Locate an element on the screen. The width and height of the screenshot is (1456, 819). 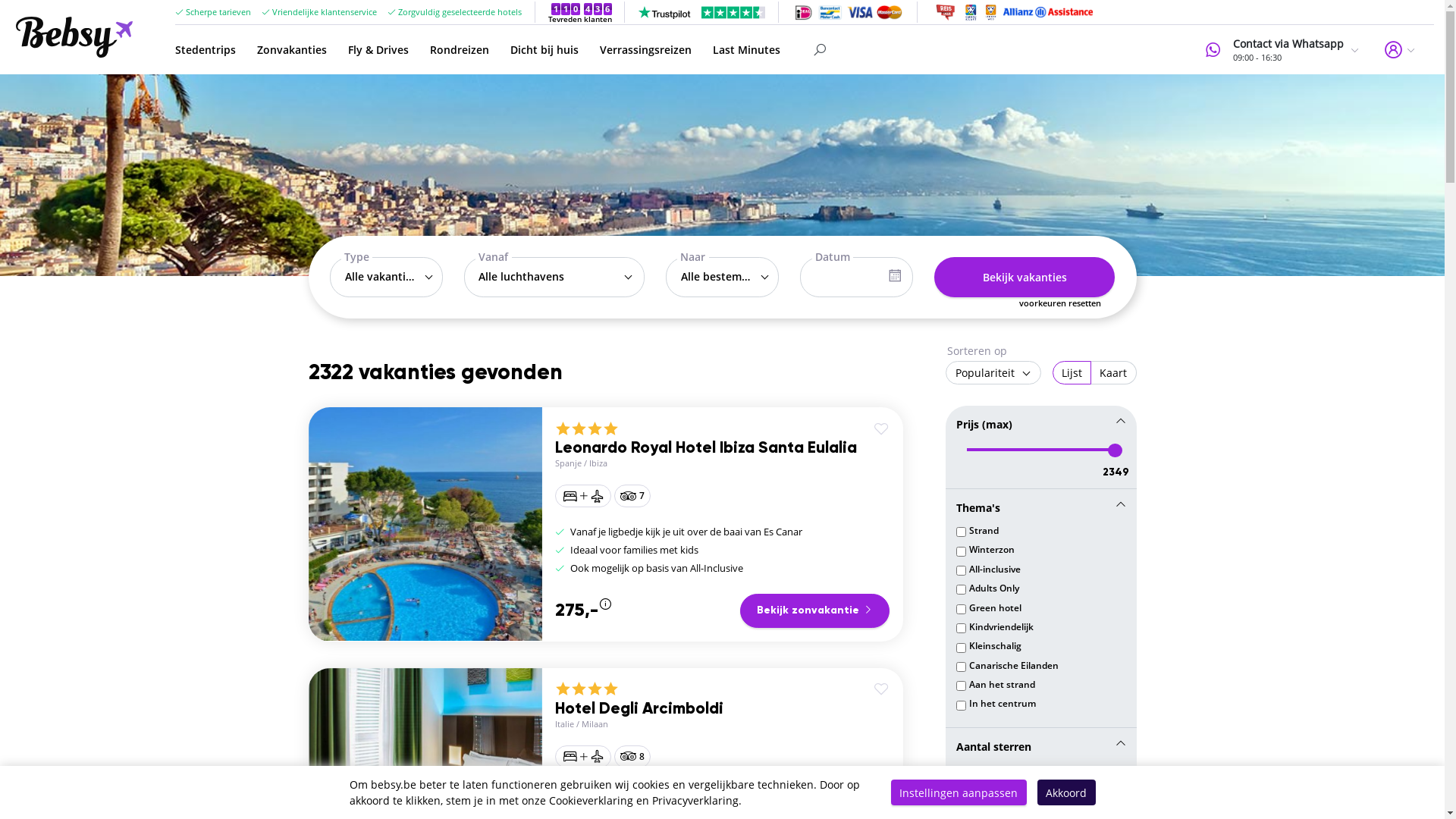
'Privacyverklaring' is located at coordinates (694, 799).